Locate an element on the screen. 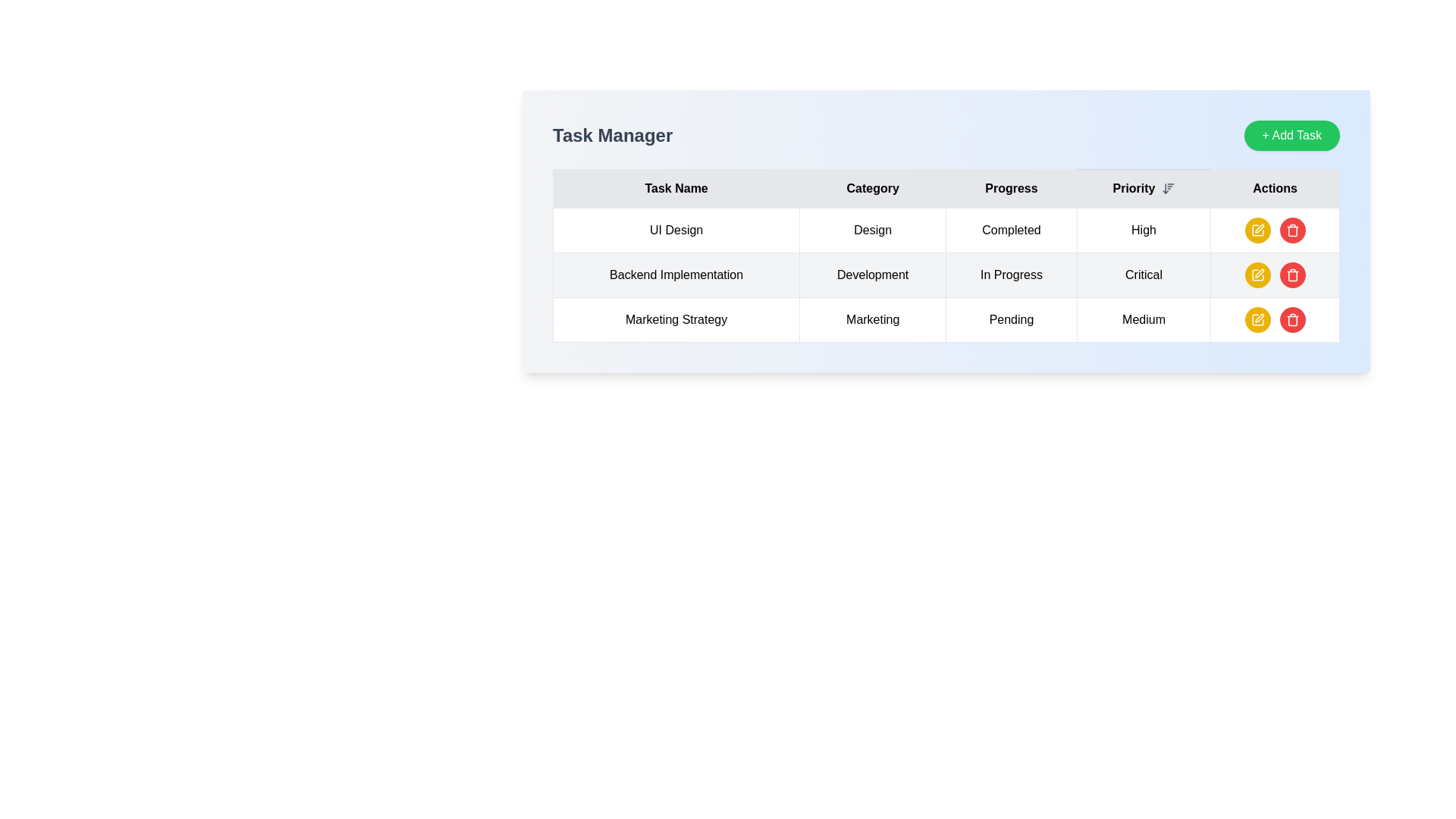 The image size is (1456, 819). the text label in the second column of the first row of the task table that displays the category associated with the 'UI Design' task is located at coordinates (873, 231).